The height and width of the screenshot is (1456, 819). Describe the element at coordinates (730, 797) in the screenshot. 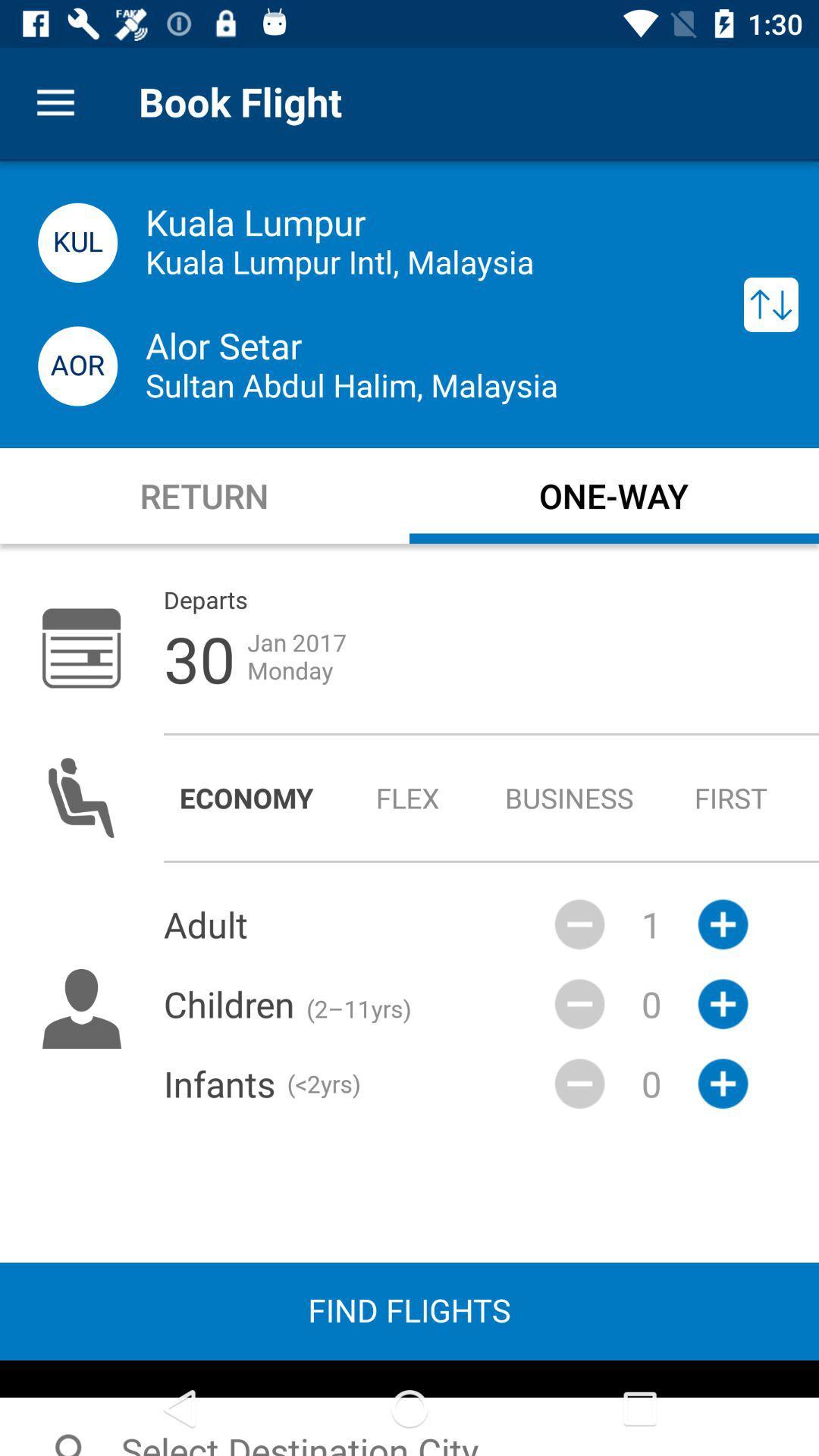

I see `the item to the right of the business radio button` at that location.